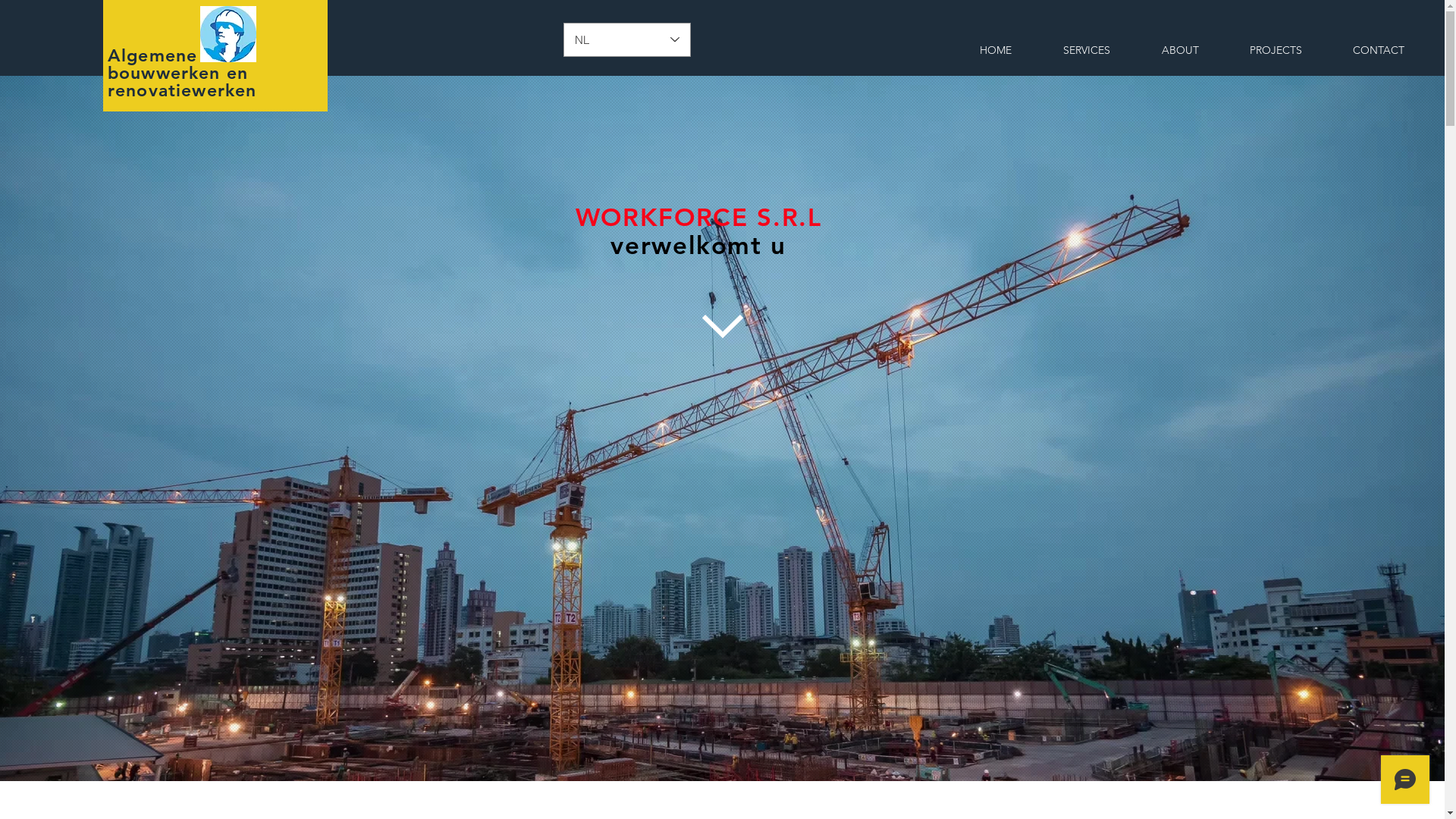  I want to click on 'SERVICES', so click(1086, 49).